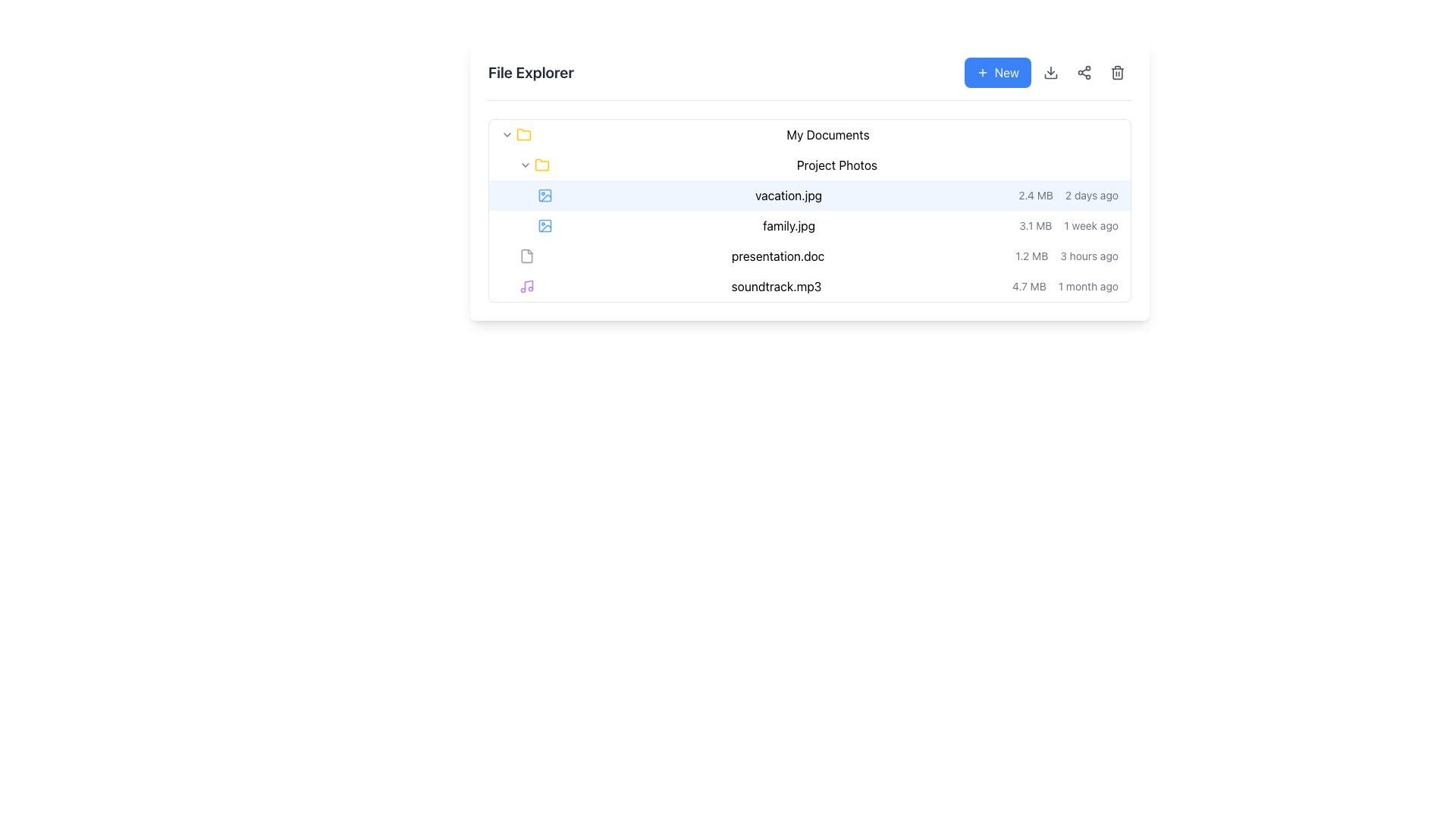 Image resolution: width=1456 pixels, height=819 pixels. Describe the element at coordinates (809, 225) in the screenshot. I see `the file entry row for 'family.jpg' located in the 'Project Photos' section` at that location.